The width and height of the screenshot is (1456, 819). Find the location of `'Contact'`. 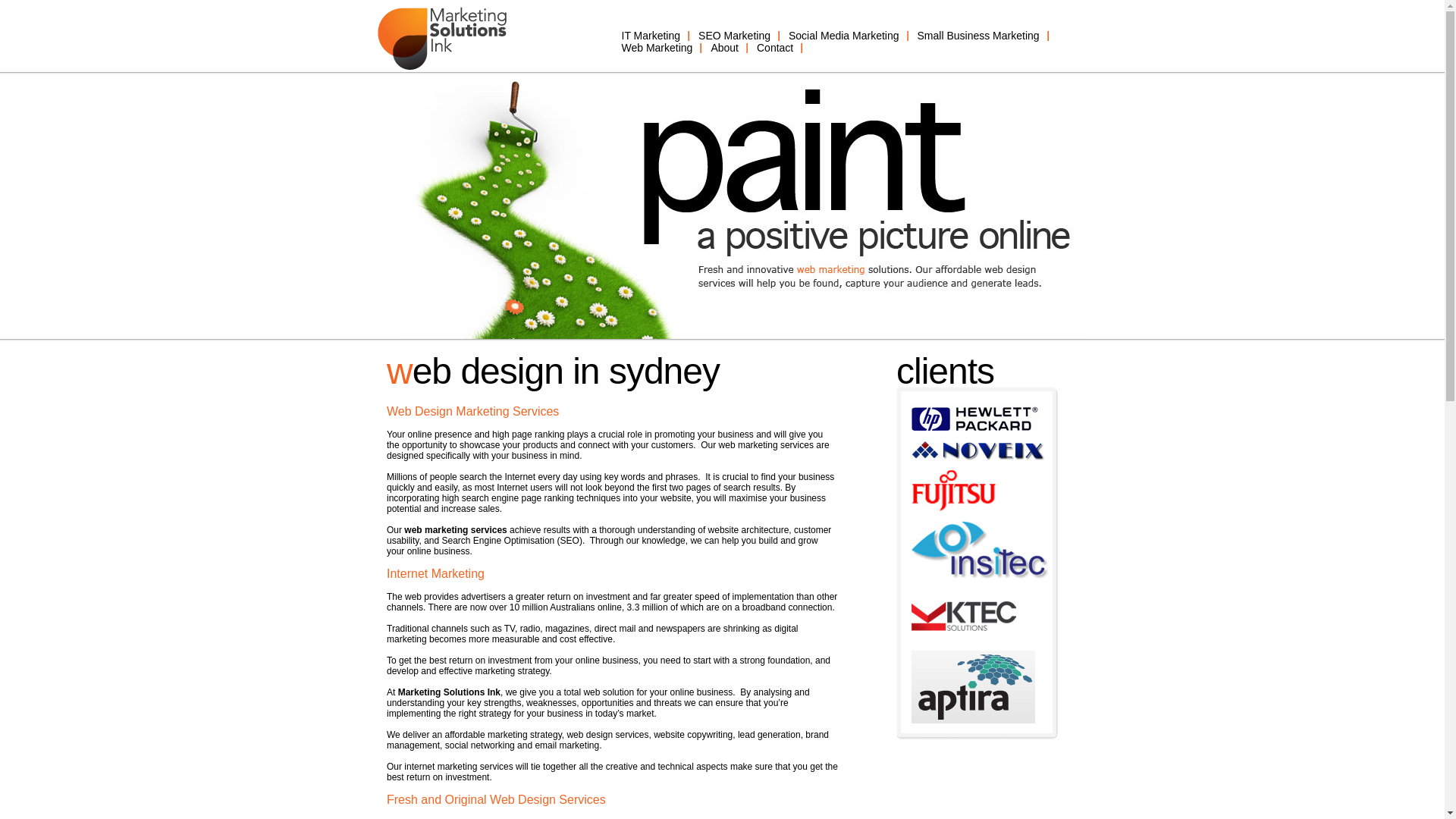

'Contact' is located at coordinates (775, 46).